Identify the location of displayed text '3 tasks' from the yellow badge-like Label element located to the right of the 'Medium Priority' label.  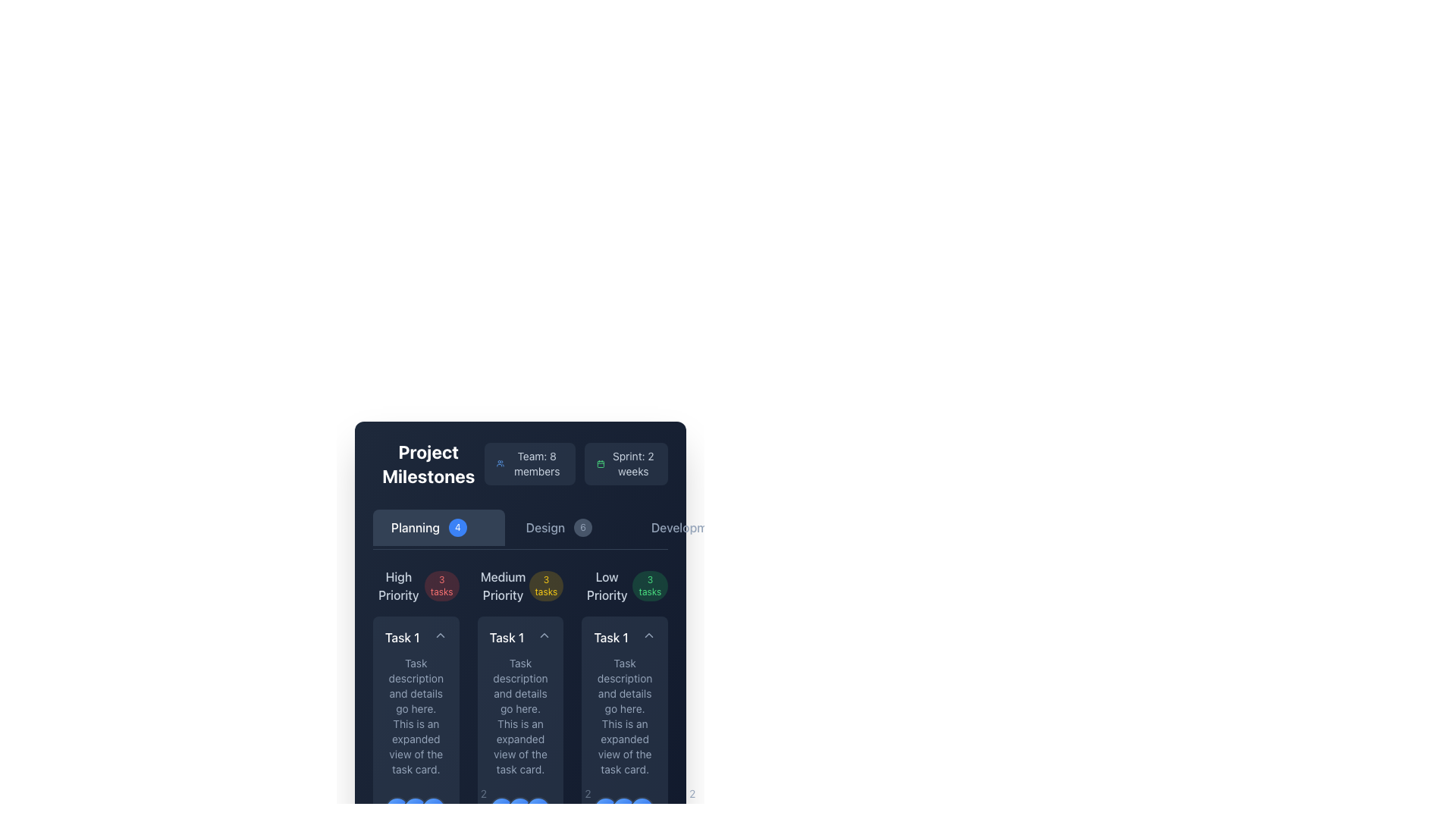
(546, 585).